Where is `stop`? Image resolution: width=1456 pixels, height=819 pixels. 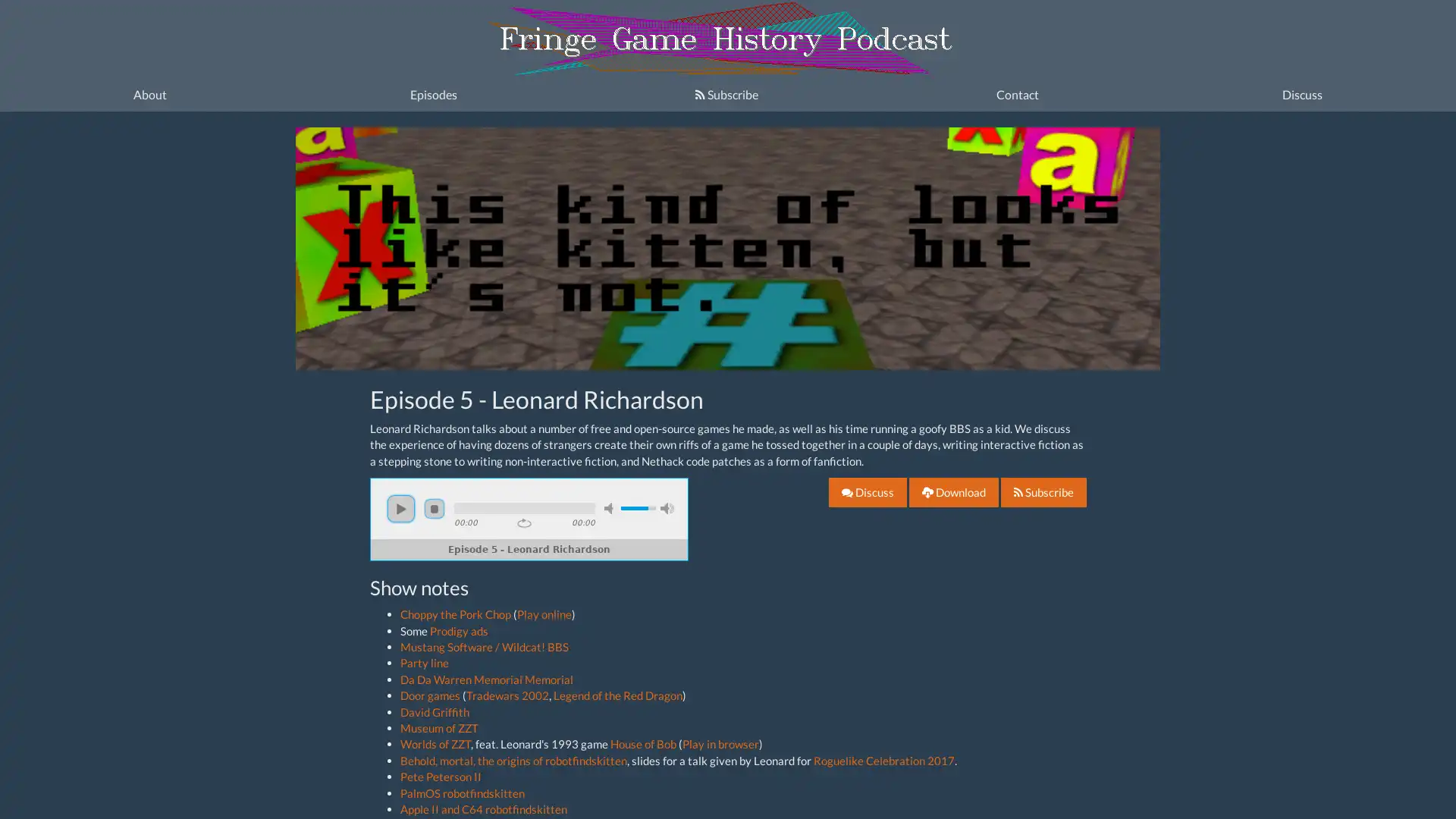
stop is located at coordinates (432, 508).